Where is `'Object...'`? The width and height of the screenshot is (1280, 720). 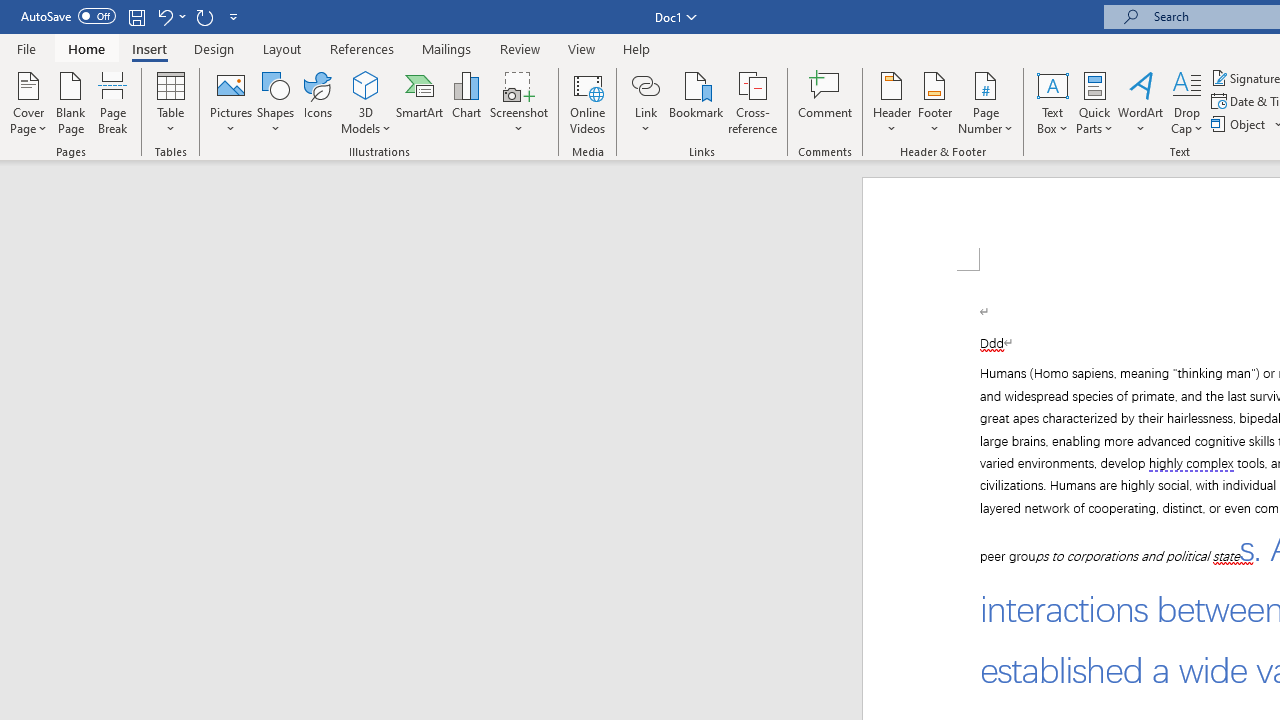 'Object...' is located at coordinates (1239, 124).